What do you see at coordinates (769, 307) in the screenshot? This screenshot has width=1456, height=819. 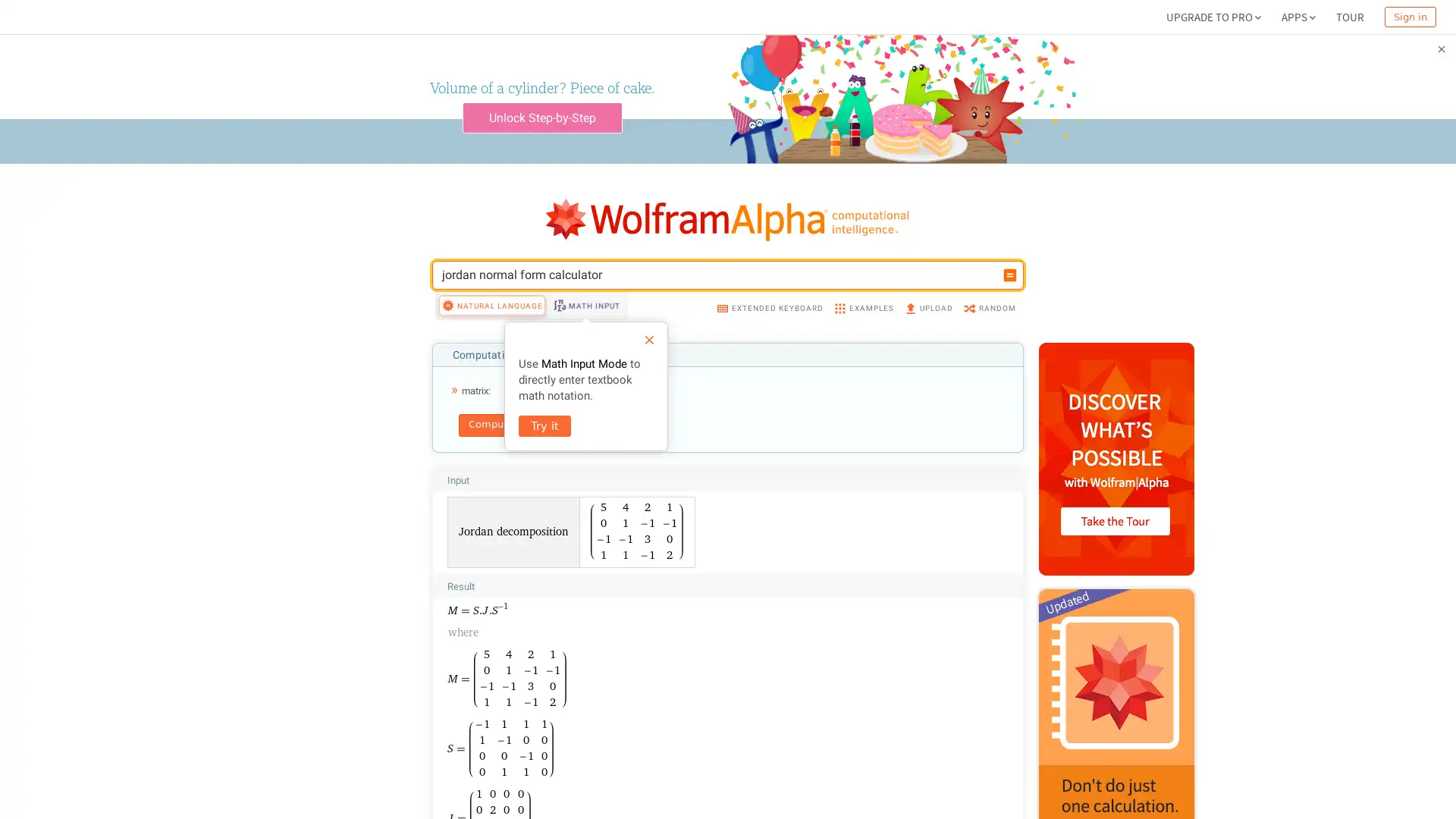 I see `EXTENDED KEYBOARD` at bounding box center [769, 307].